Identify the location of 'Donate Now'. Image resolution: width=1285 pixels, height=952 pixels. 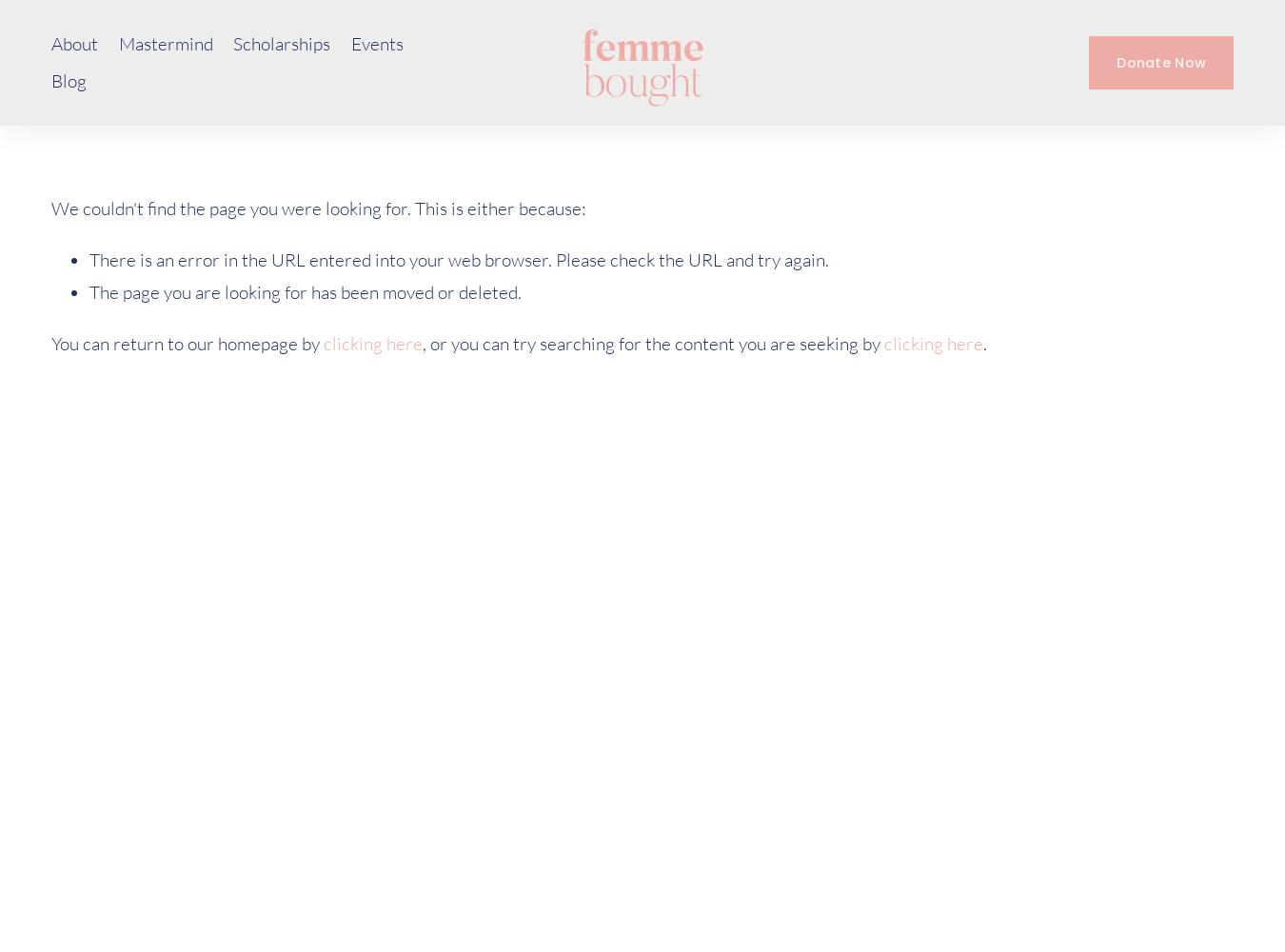
(1159, 61).